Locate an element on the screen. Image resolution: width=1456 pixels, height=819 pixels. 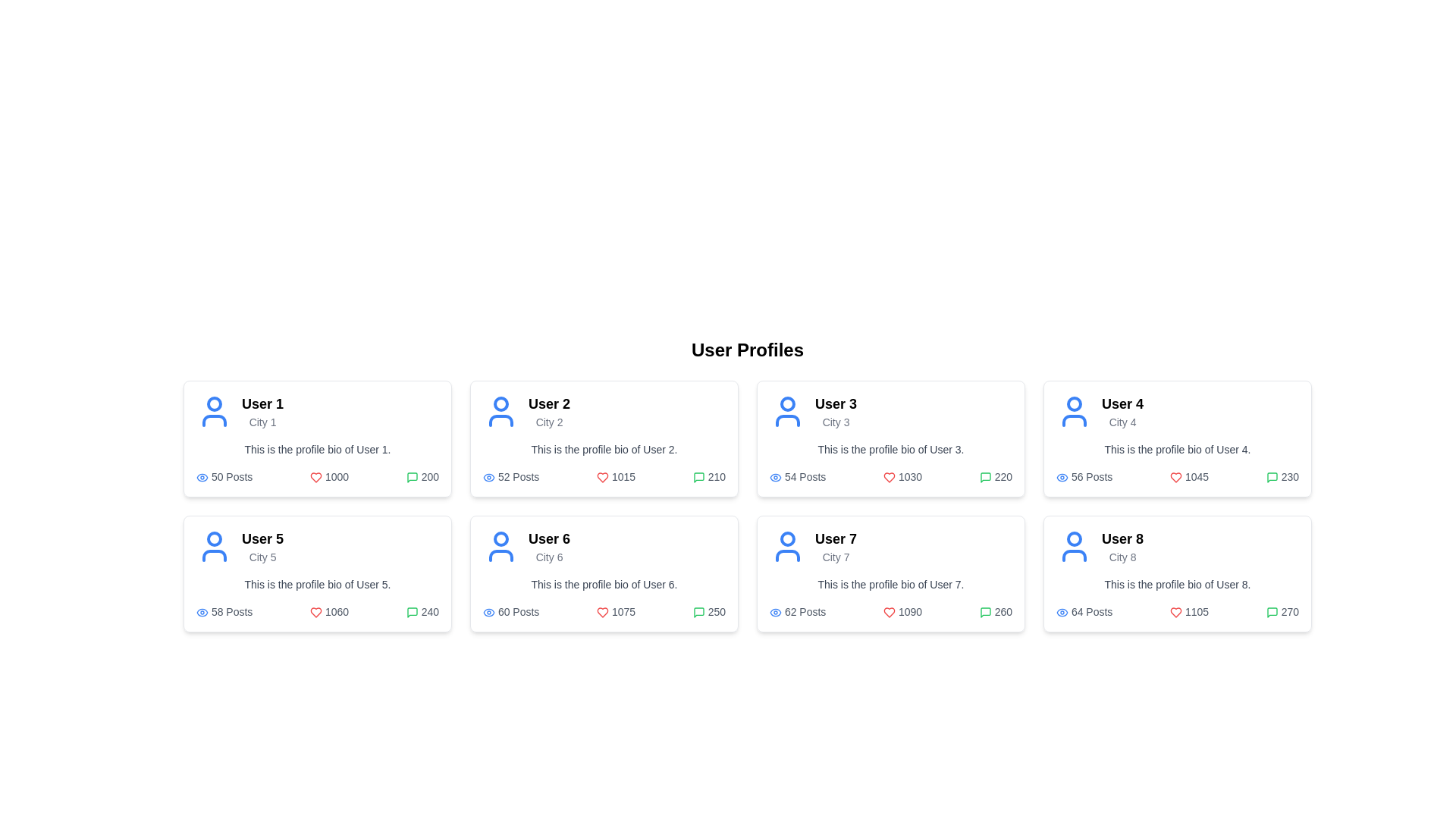
the body portion of the user profile icon representing 'User 1', which is depicted as an arc below the head shape in the profile card is located at coordinates (214, 421).